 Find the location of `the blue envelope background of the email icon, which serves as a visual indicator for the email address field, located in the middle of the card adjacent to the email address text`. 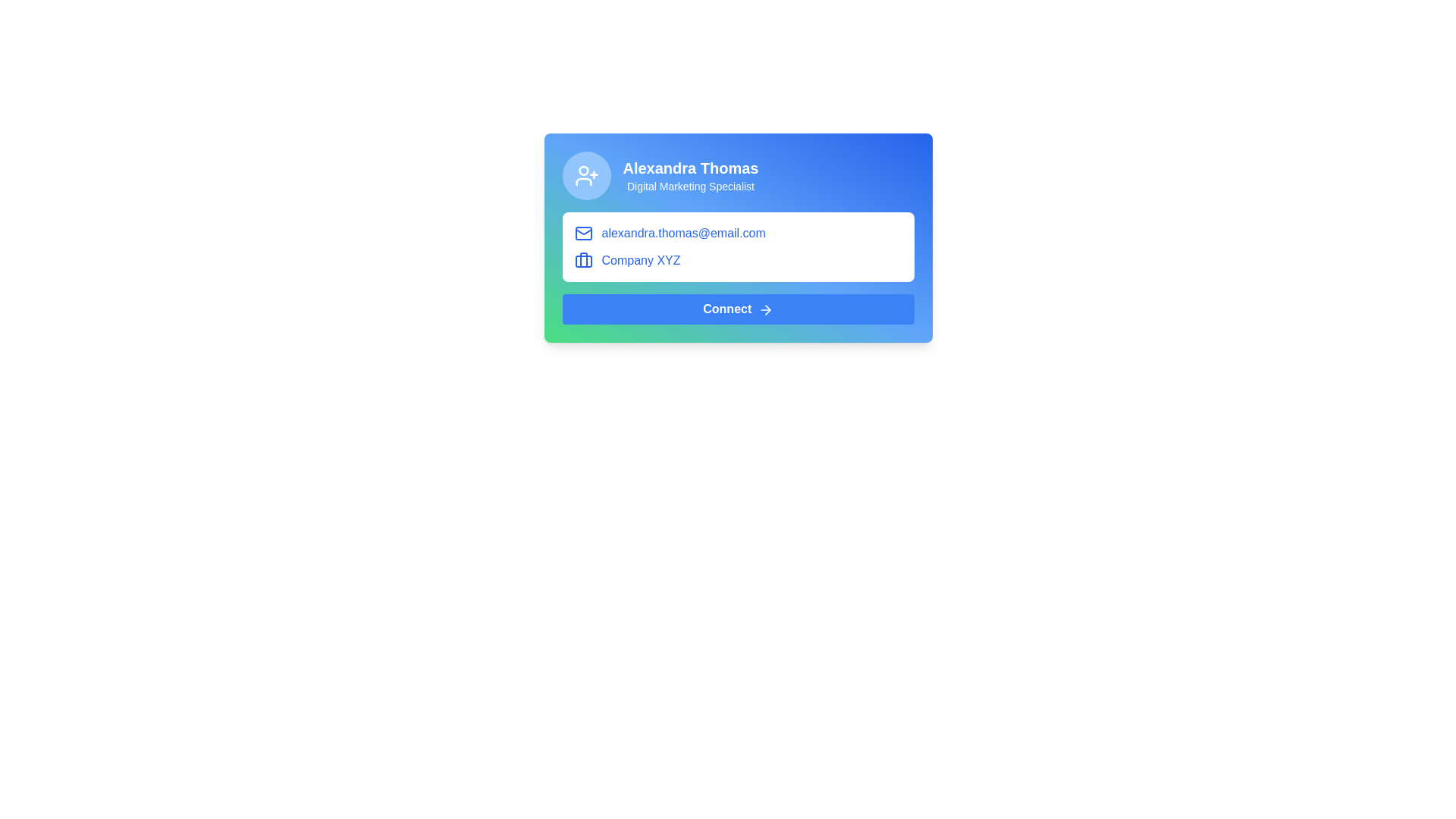

the blue envelope background of the email icon, which serves as a visual indicator for the email address field, located in the middle of the card adjacent to the email address text is located at coordinates (582, 234).